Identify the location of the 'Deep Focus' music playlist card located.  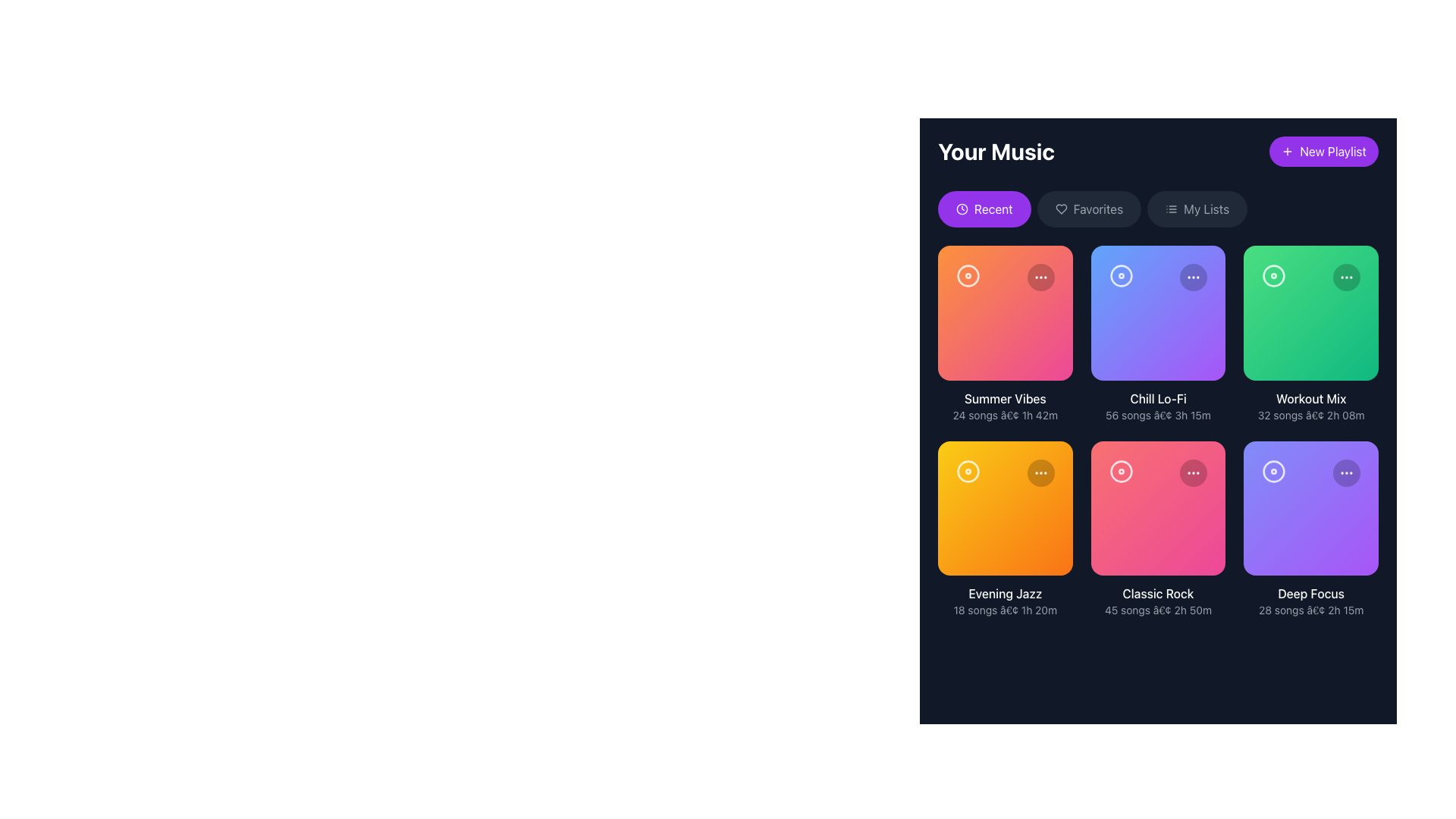
(1310, 508).